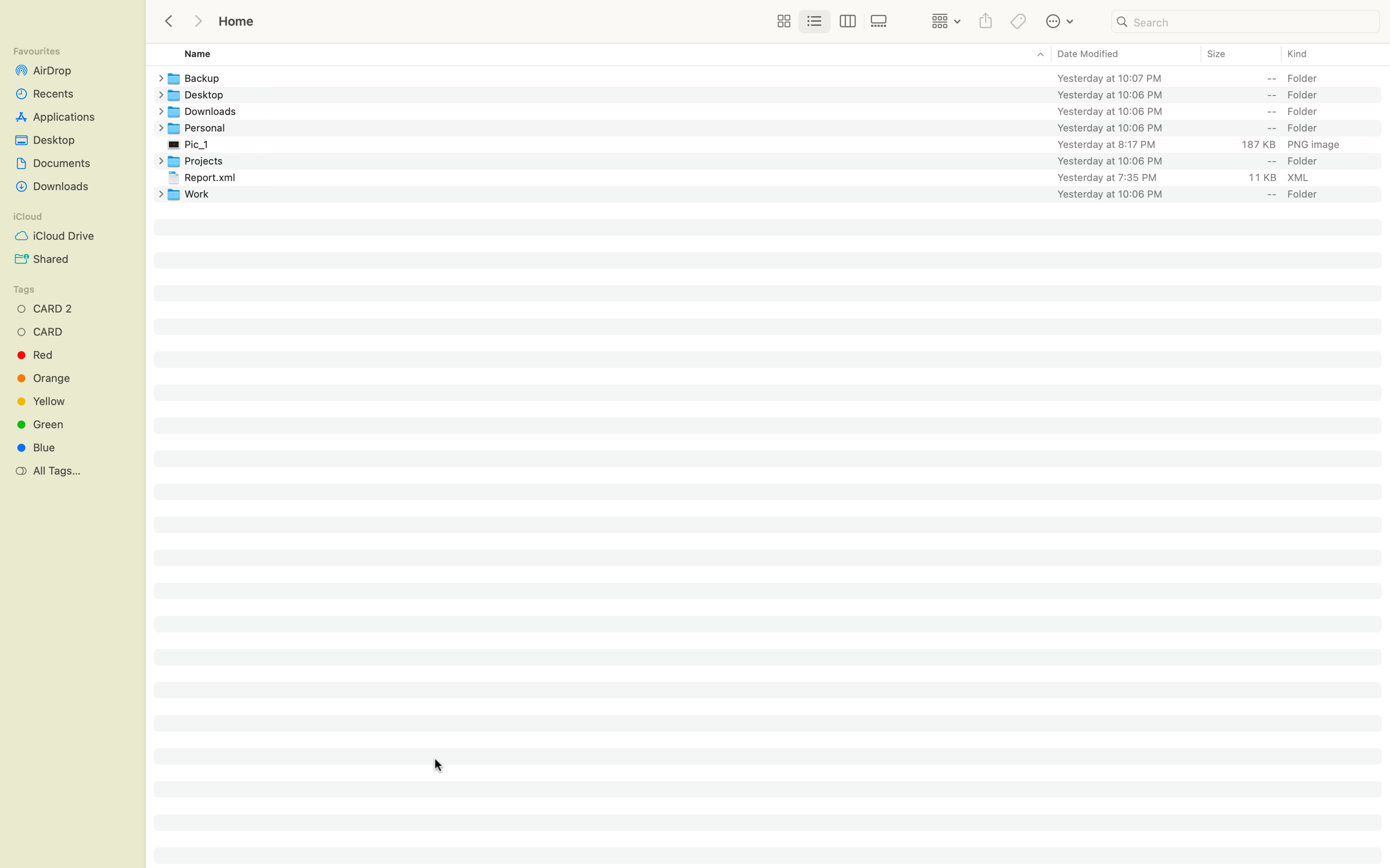  I want to click on the Downloads folder and then go back to the previous folder, so click(778, 110).